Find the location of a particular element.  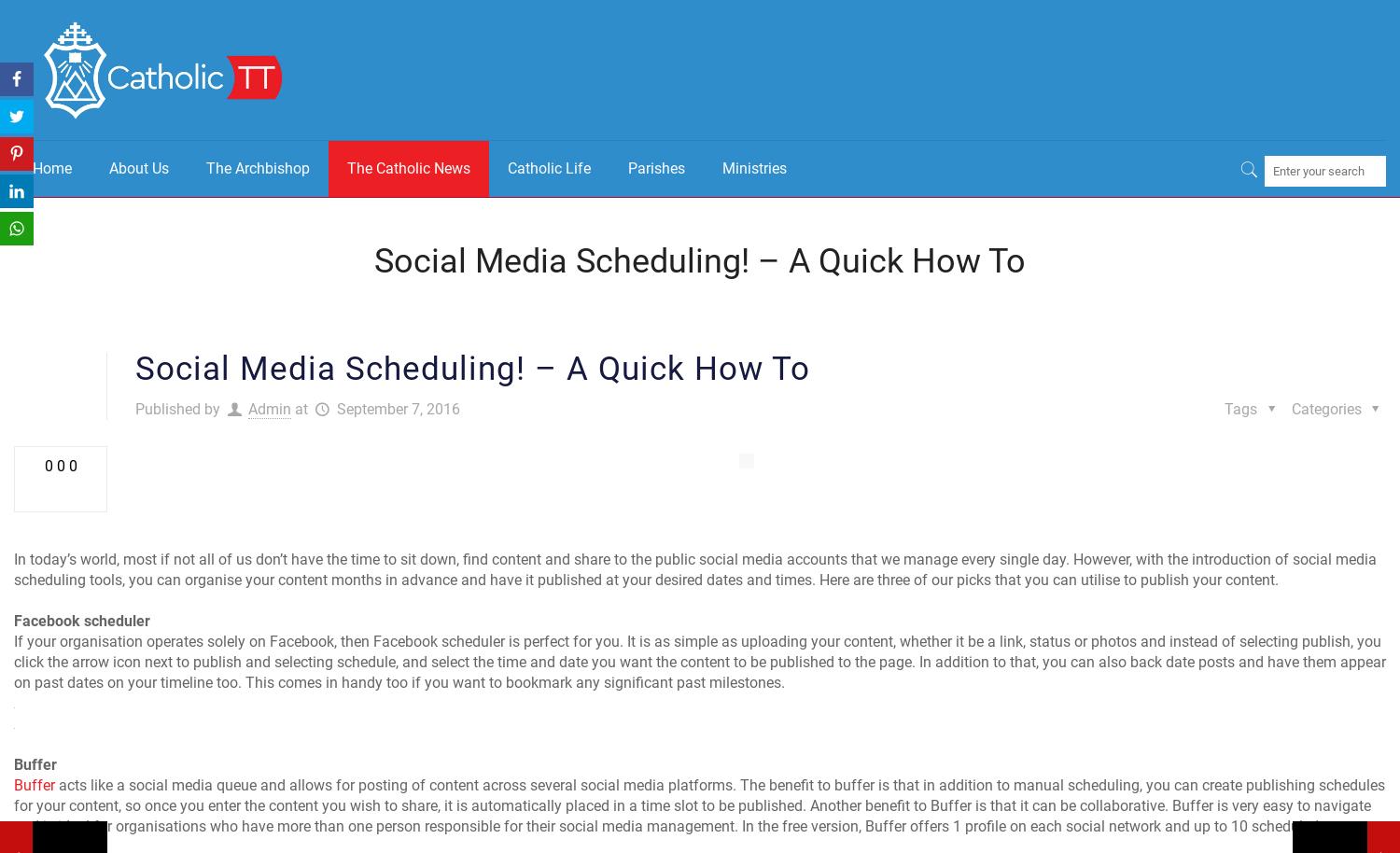

'September 7, 2016' is located at coordinates (397, 408).